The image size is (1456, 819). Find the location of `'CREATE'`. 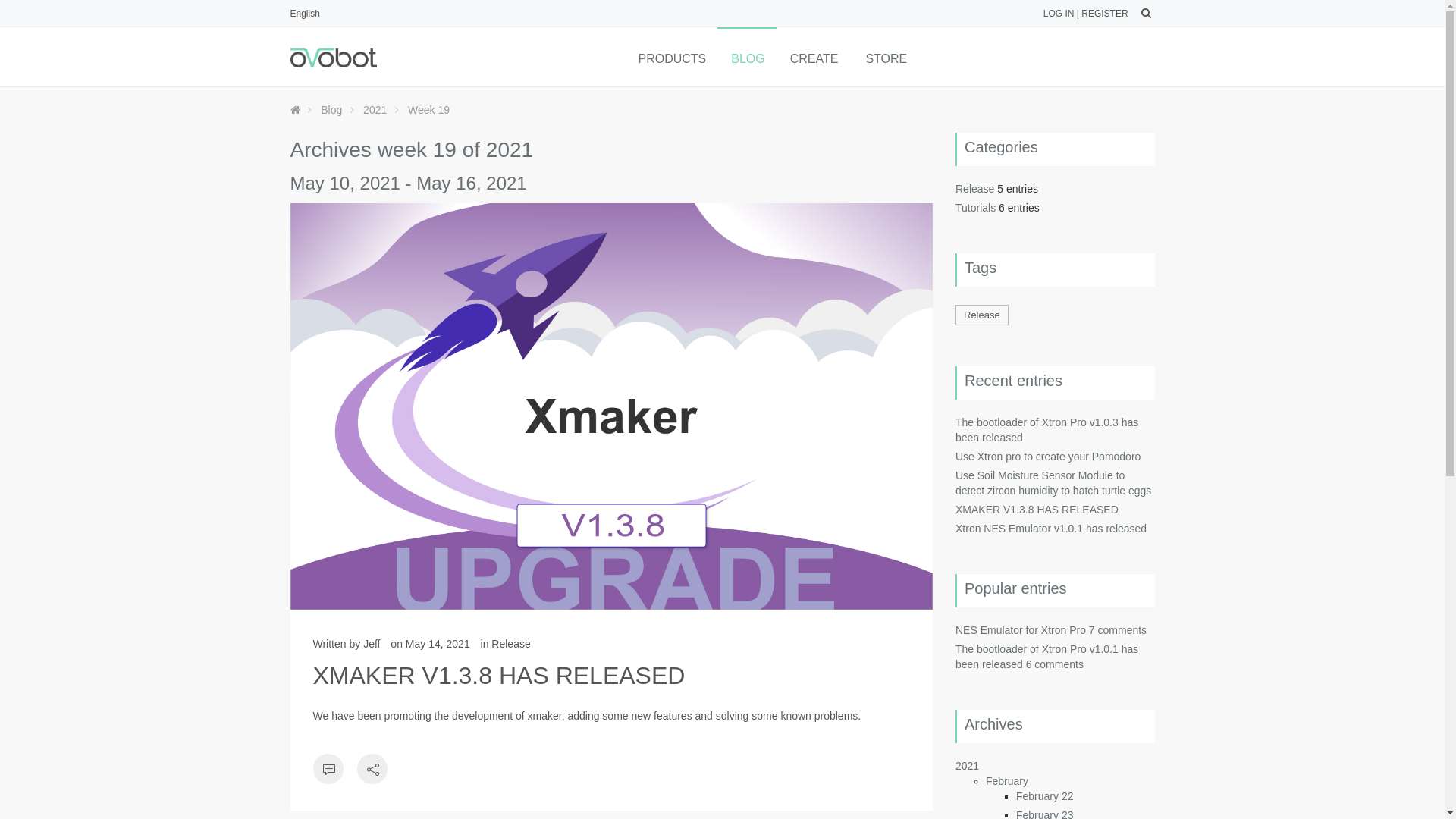

'CREATE' is located at coordinates (776, 55).